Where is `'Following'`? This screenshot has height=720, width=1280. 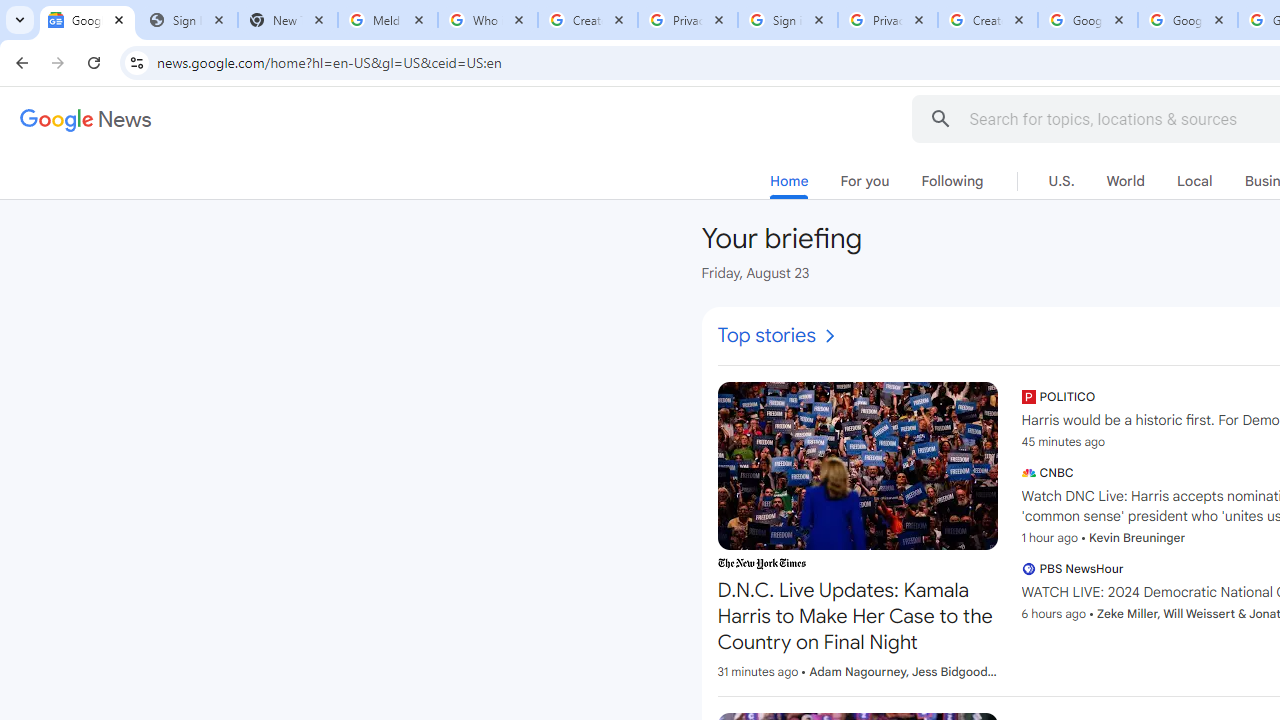 'Following' is located at coordinates (951, 181).